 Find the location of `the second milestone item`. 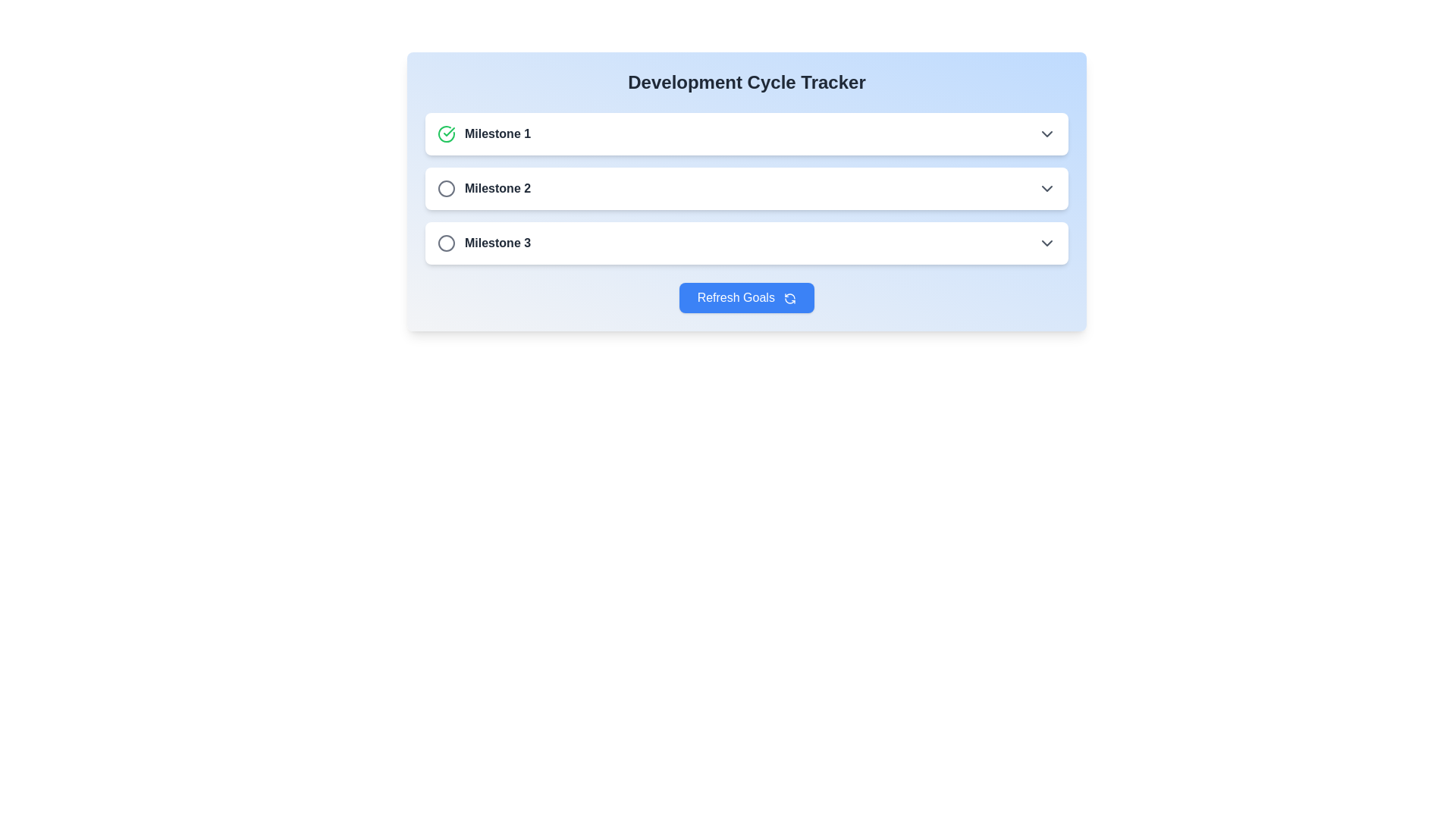

the second milestone item is located at coordinates (746, 188).